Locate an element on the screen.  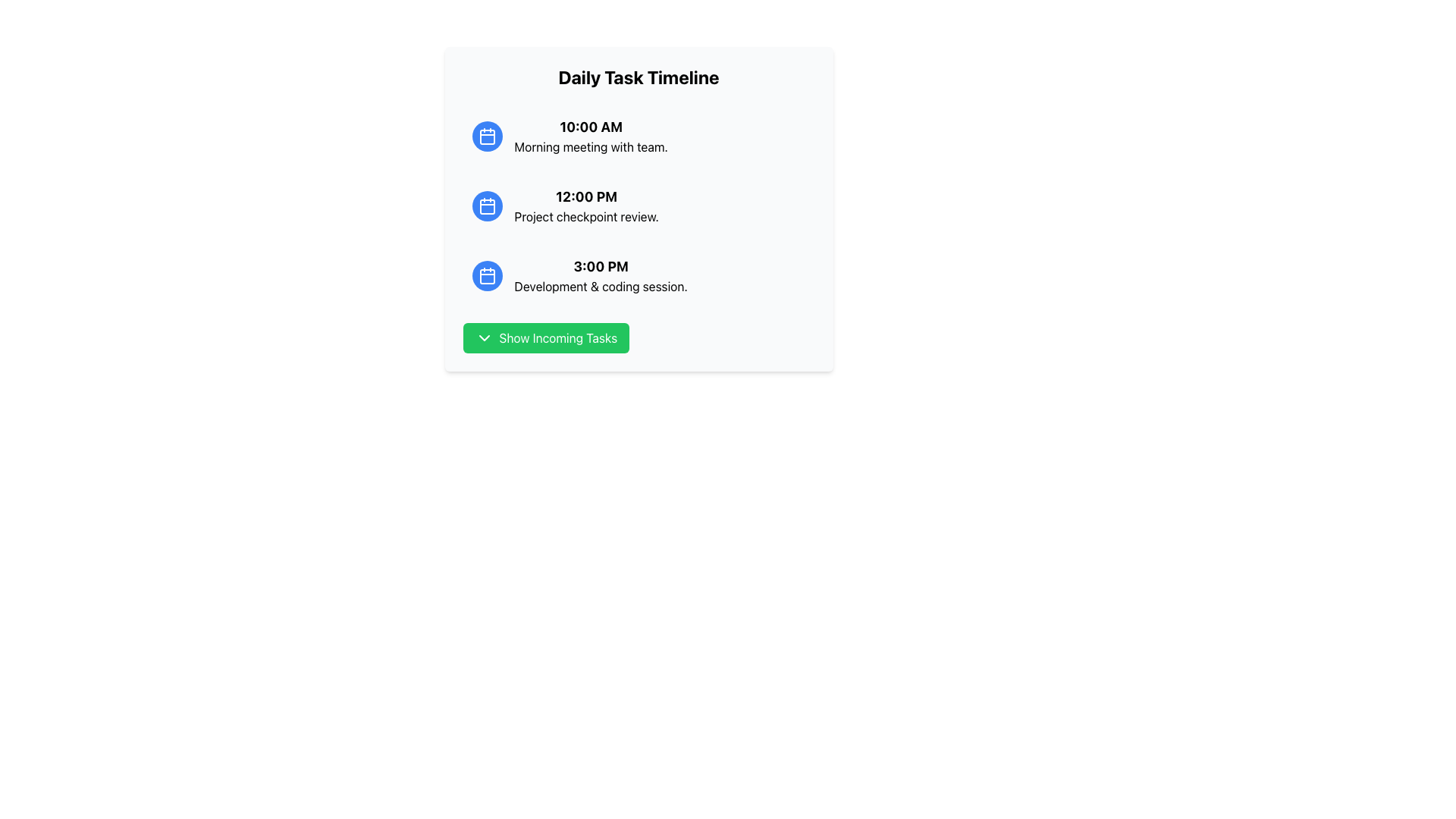
the Decorative SVG component, a small square with rounded corners and a red fill, located centrally within the calendar icon next to the text '10:00 AM' is located at coordinates (487, 137).